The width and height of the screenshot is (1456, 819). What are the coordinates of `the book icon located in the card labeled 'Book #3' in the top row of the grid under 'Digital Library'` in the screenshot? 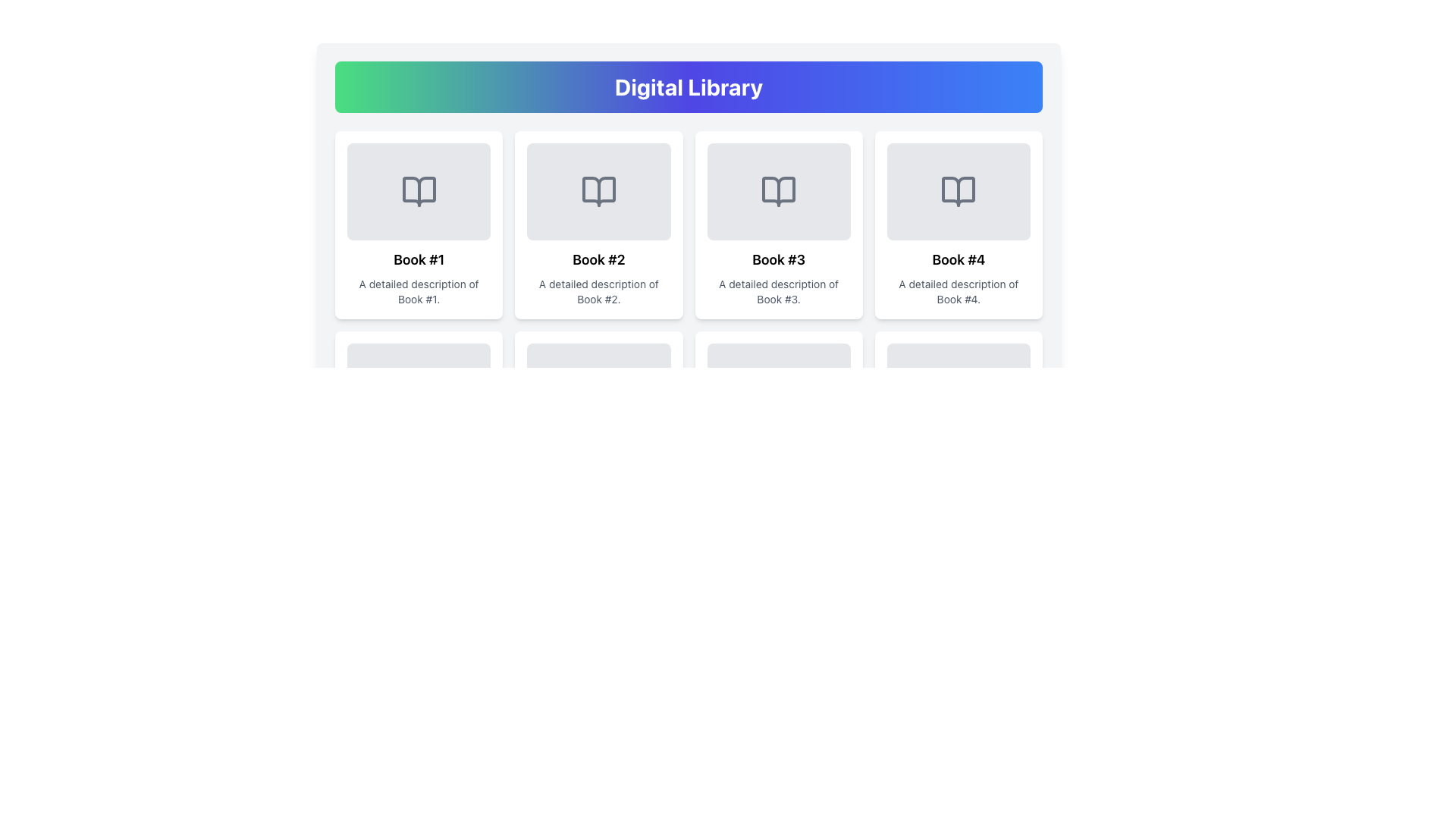 It's located at (779, 191).